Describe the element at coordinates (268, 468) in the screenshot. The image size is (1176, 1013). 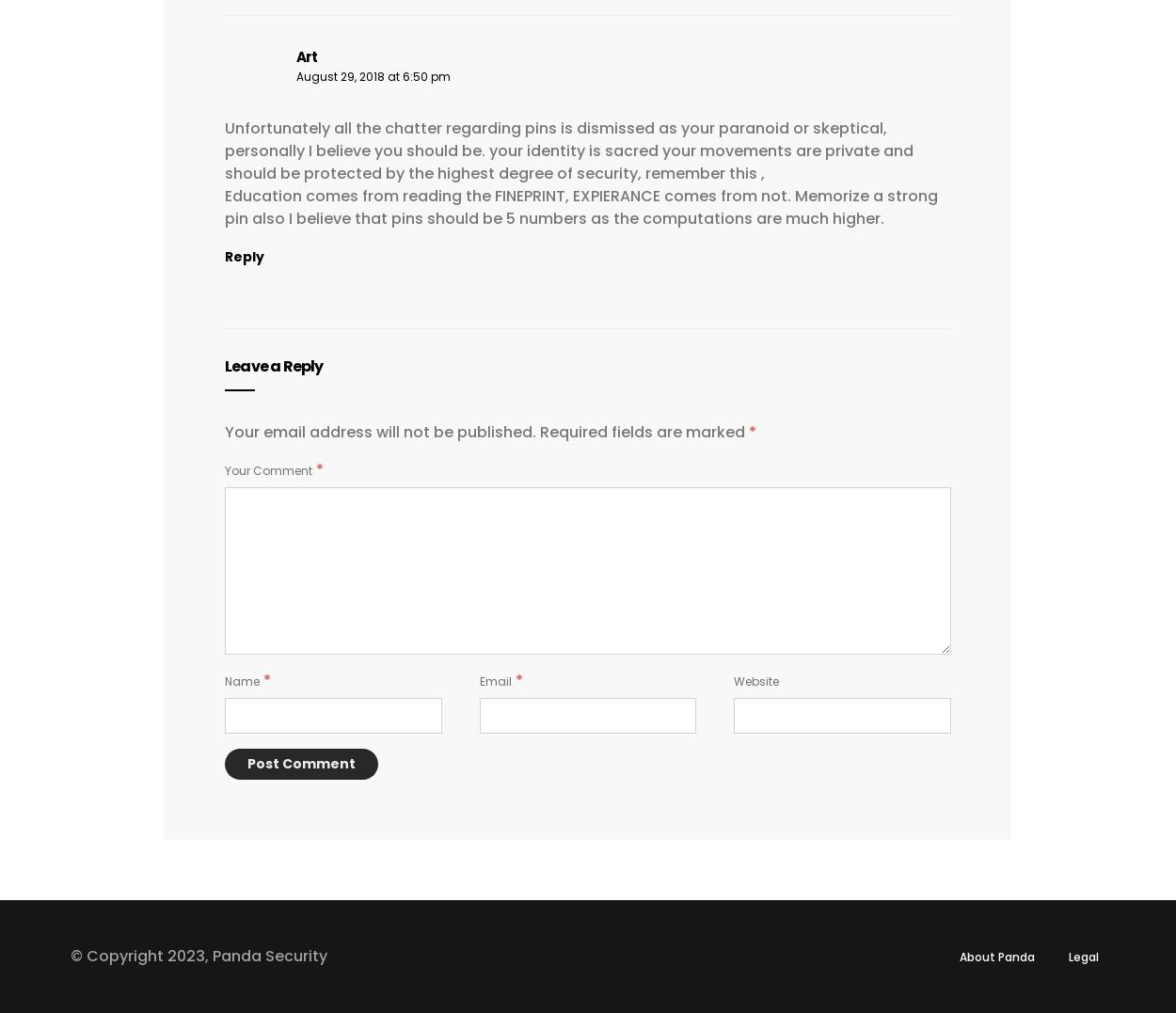
I see `'Your Comment'` at that location.